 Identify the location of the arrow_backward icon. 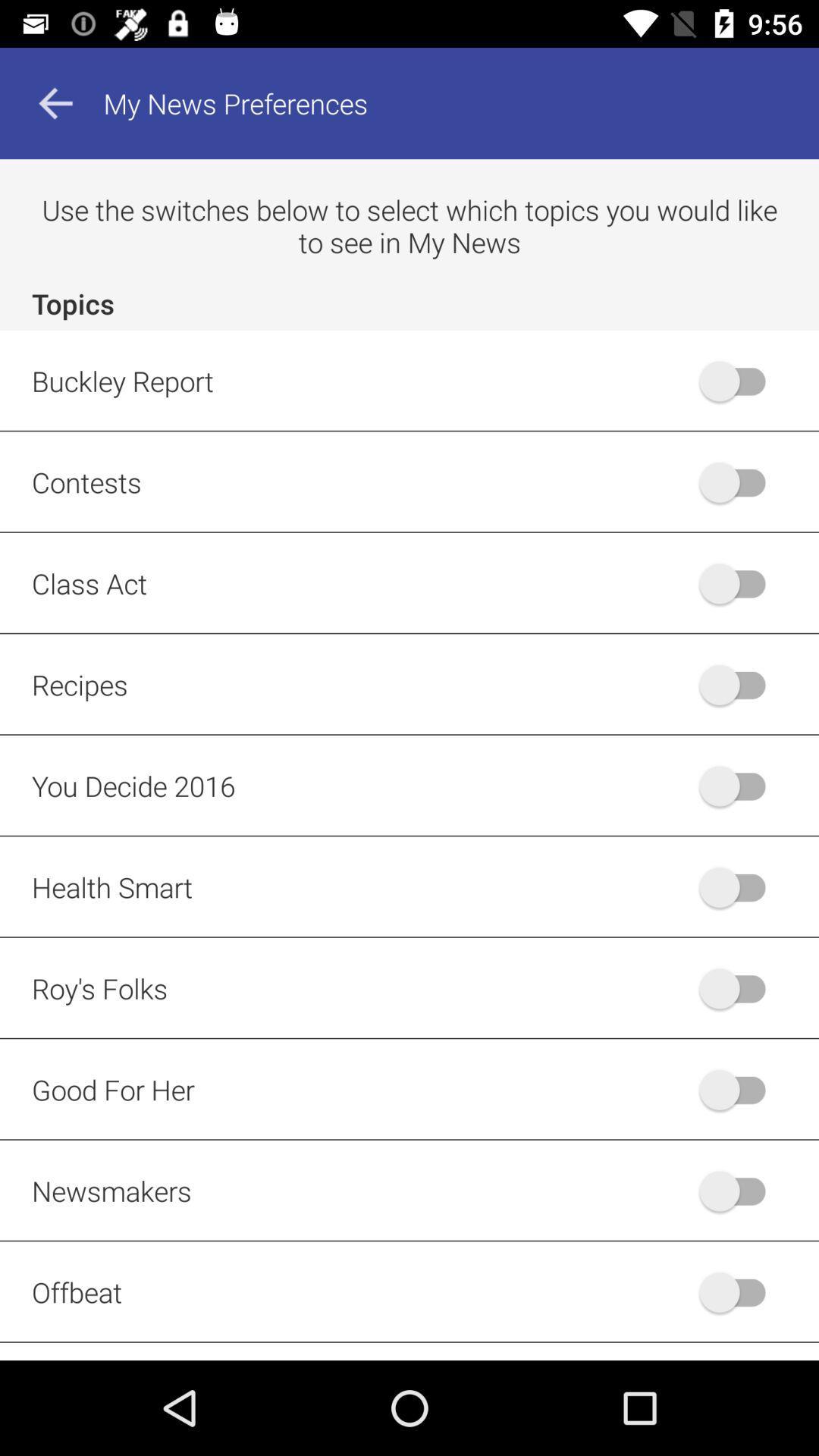
(55, 102).